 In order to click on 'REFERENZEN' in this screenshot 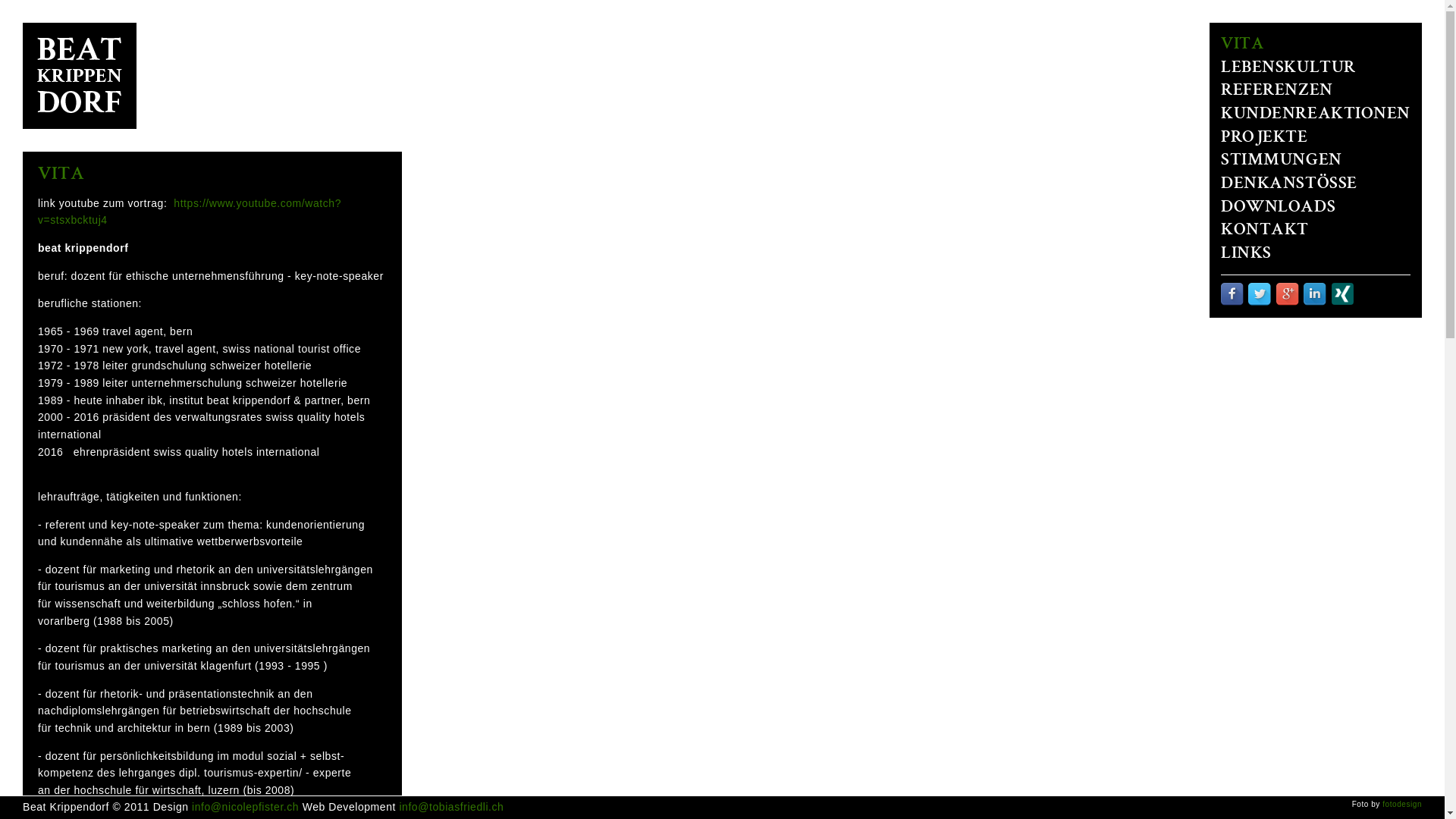, I will do `click(1276, 91)`.